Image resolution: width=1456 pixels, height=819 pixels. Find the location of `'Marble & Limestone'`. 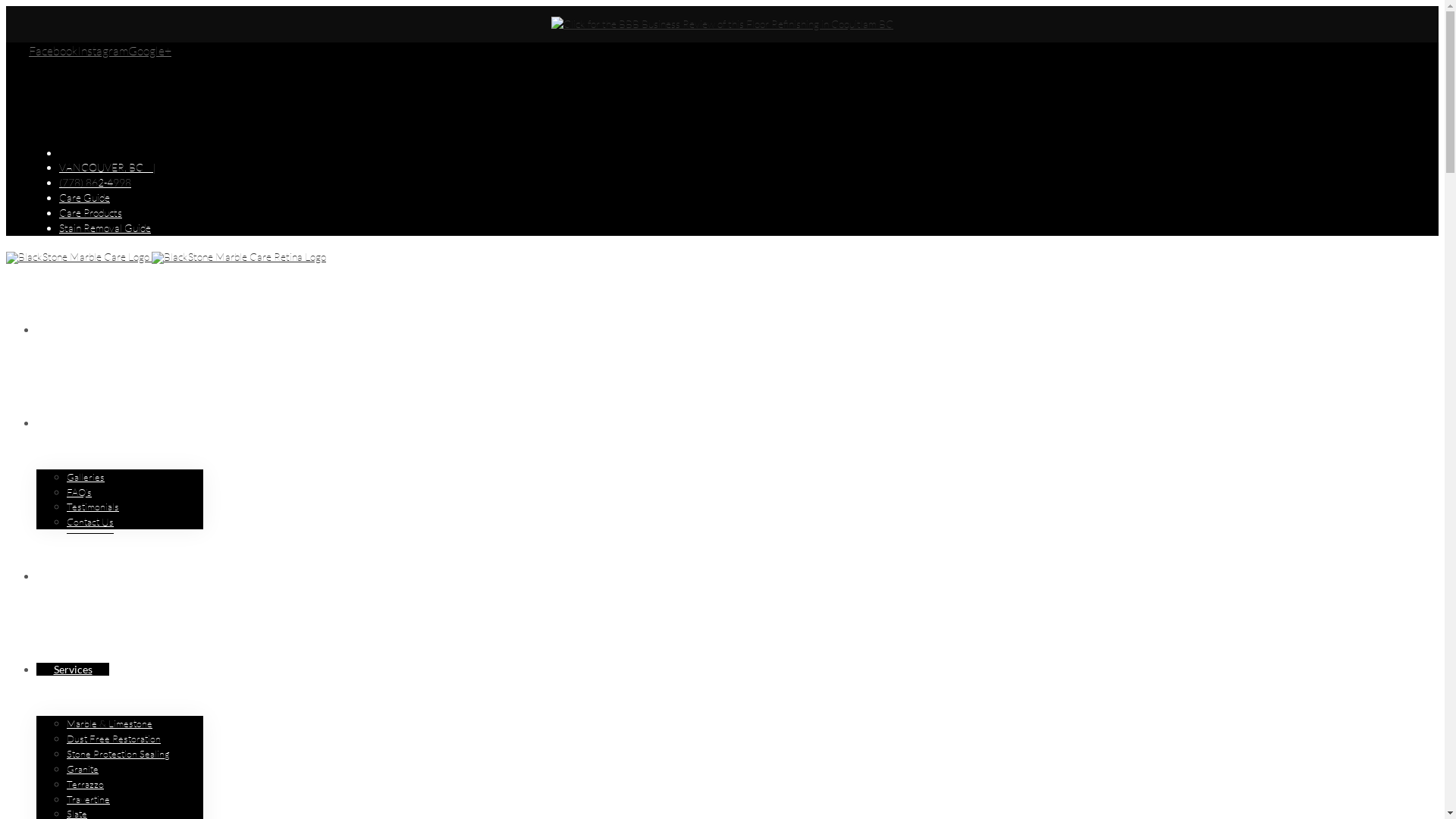

'Marble & Limestone' is located at coordinates (108, 723).